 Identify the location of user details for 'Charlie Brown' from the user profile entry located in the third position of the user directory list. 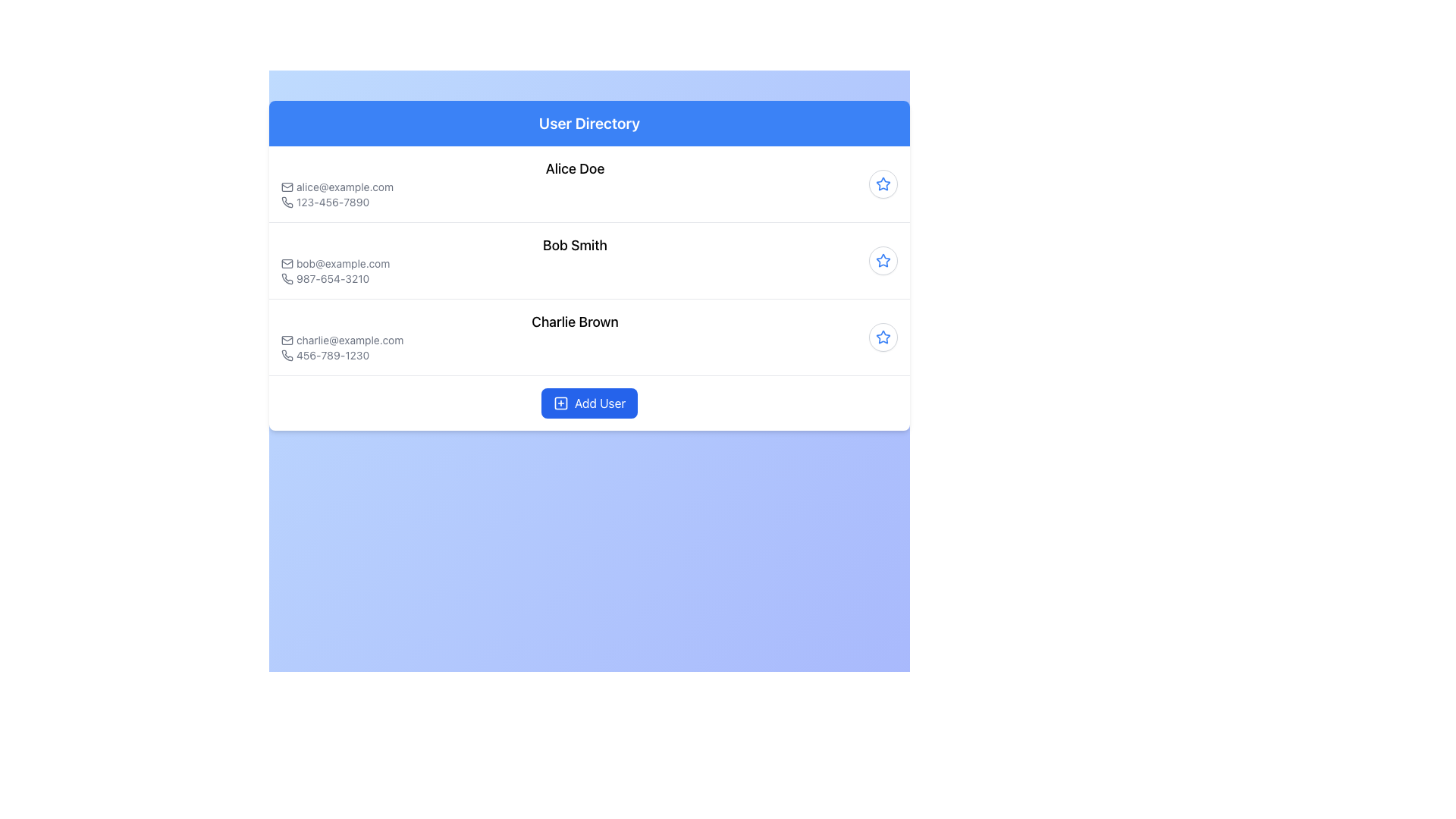
(588, 337).